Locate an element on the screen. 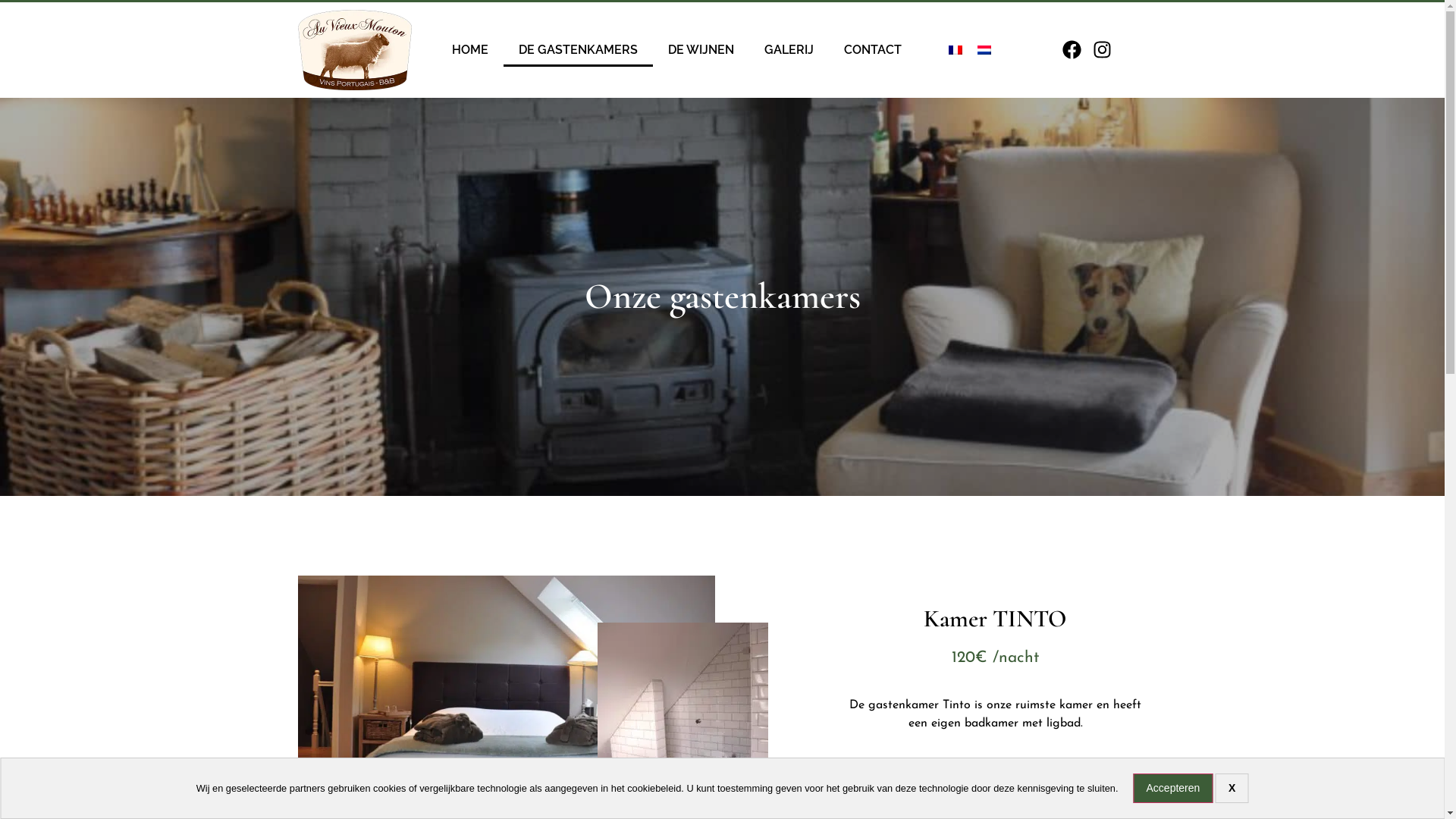 Image resolution: width=1456 pixels, height=819 pixels. 'DE WIJNEN' is located at coordinates (652, 49).